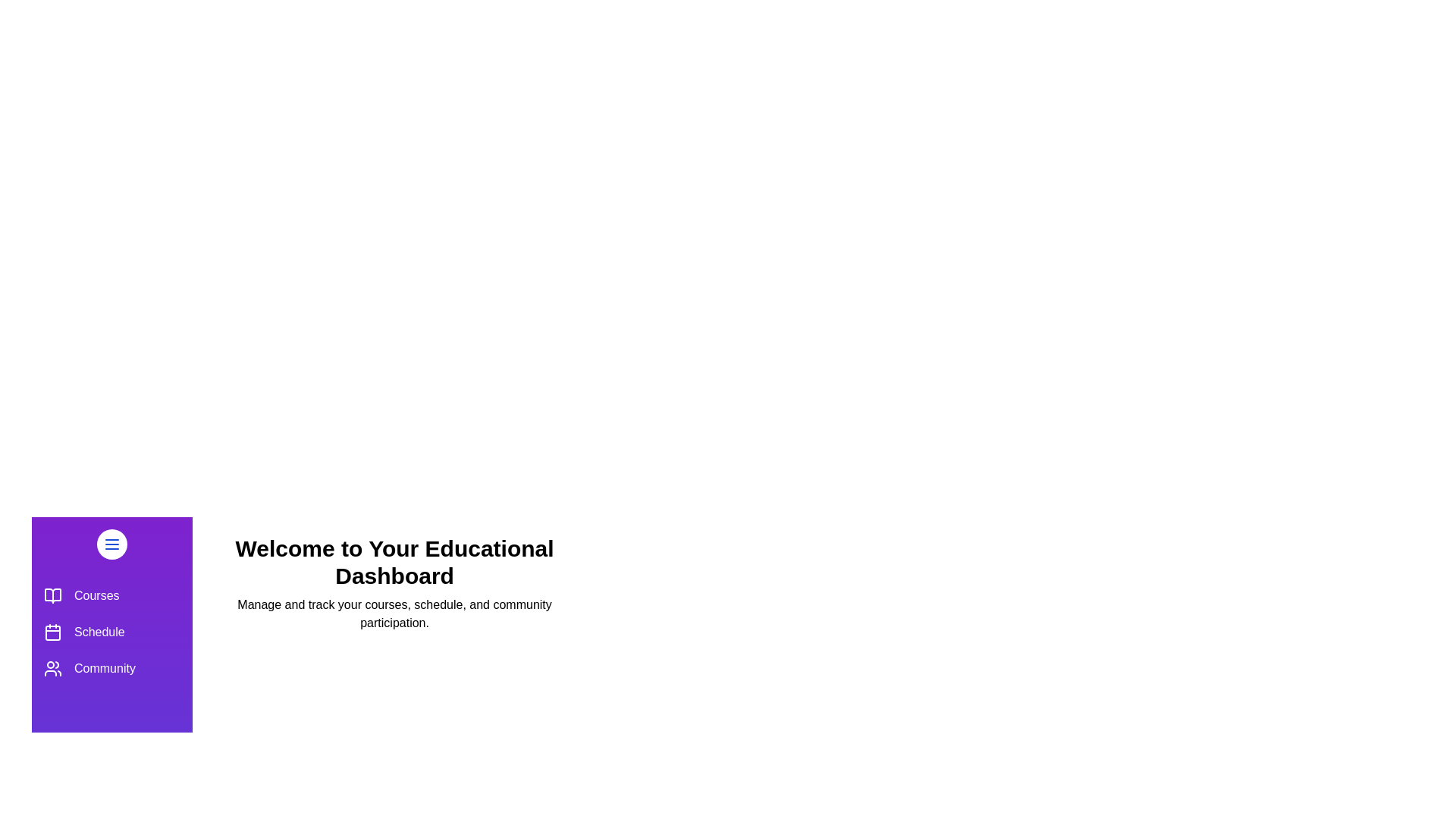 Image resolution: width=1456 pixels, height=819 pixels. I want to click on the 'Courses' option in the sidebar, so click(111, 595).